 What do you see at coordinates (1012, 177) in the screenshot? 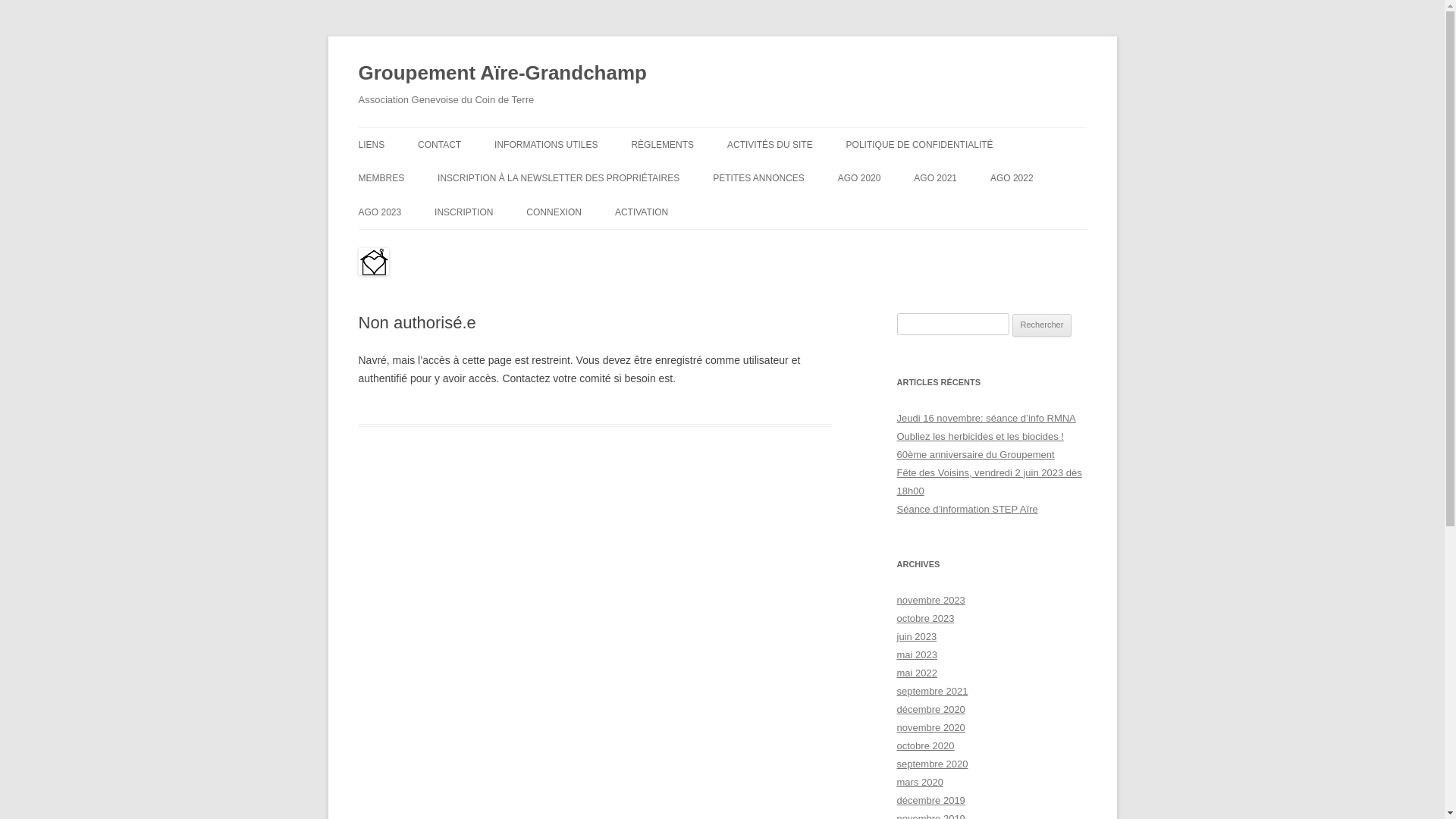
I see `'AGO 2022'` at bounding box center [1012, 177].